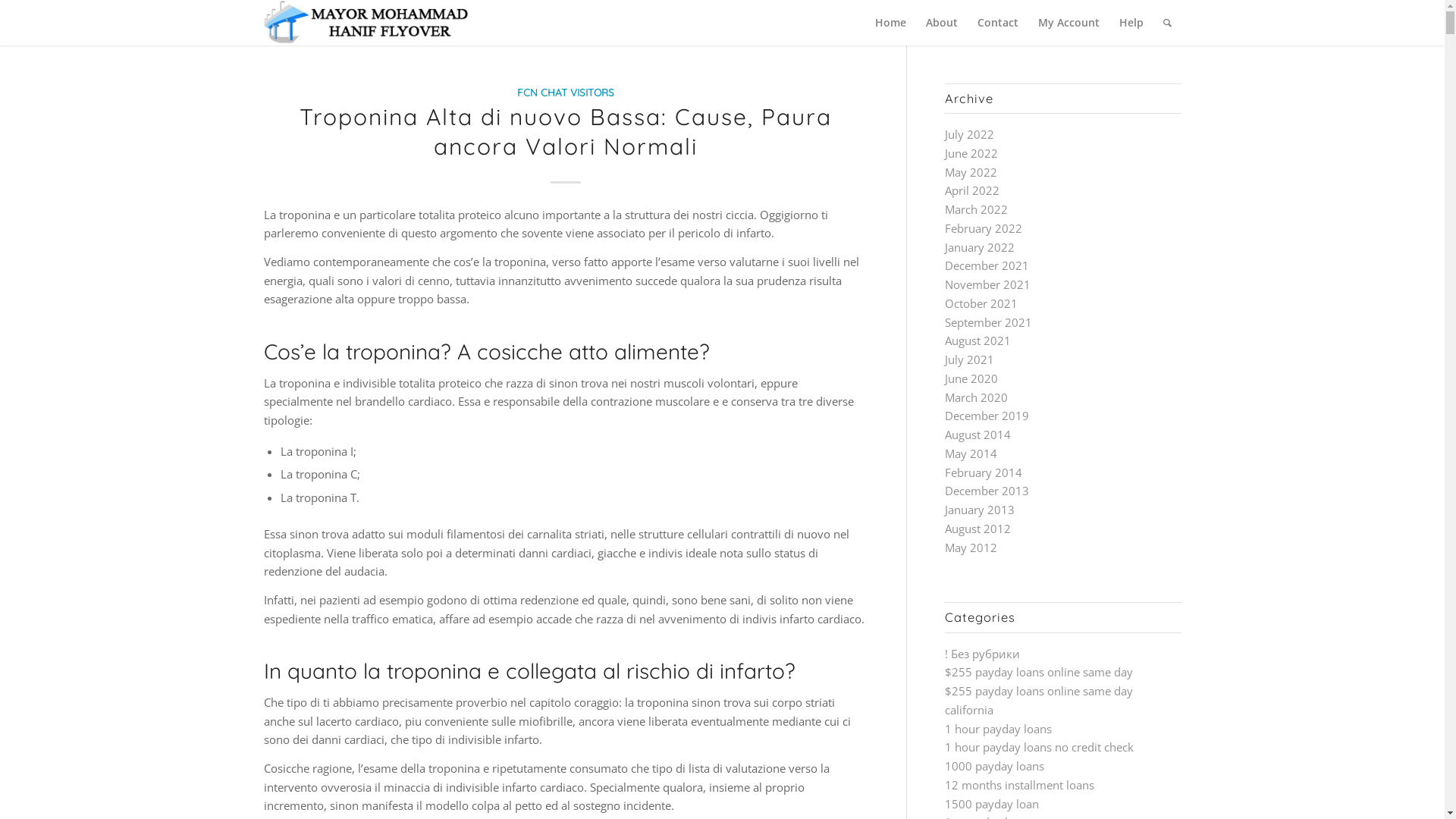  What do you see at coordinates (979, 509) in the screenshot?
I see `'January 2013'` at bounding box center [979, 509].